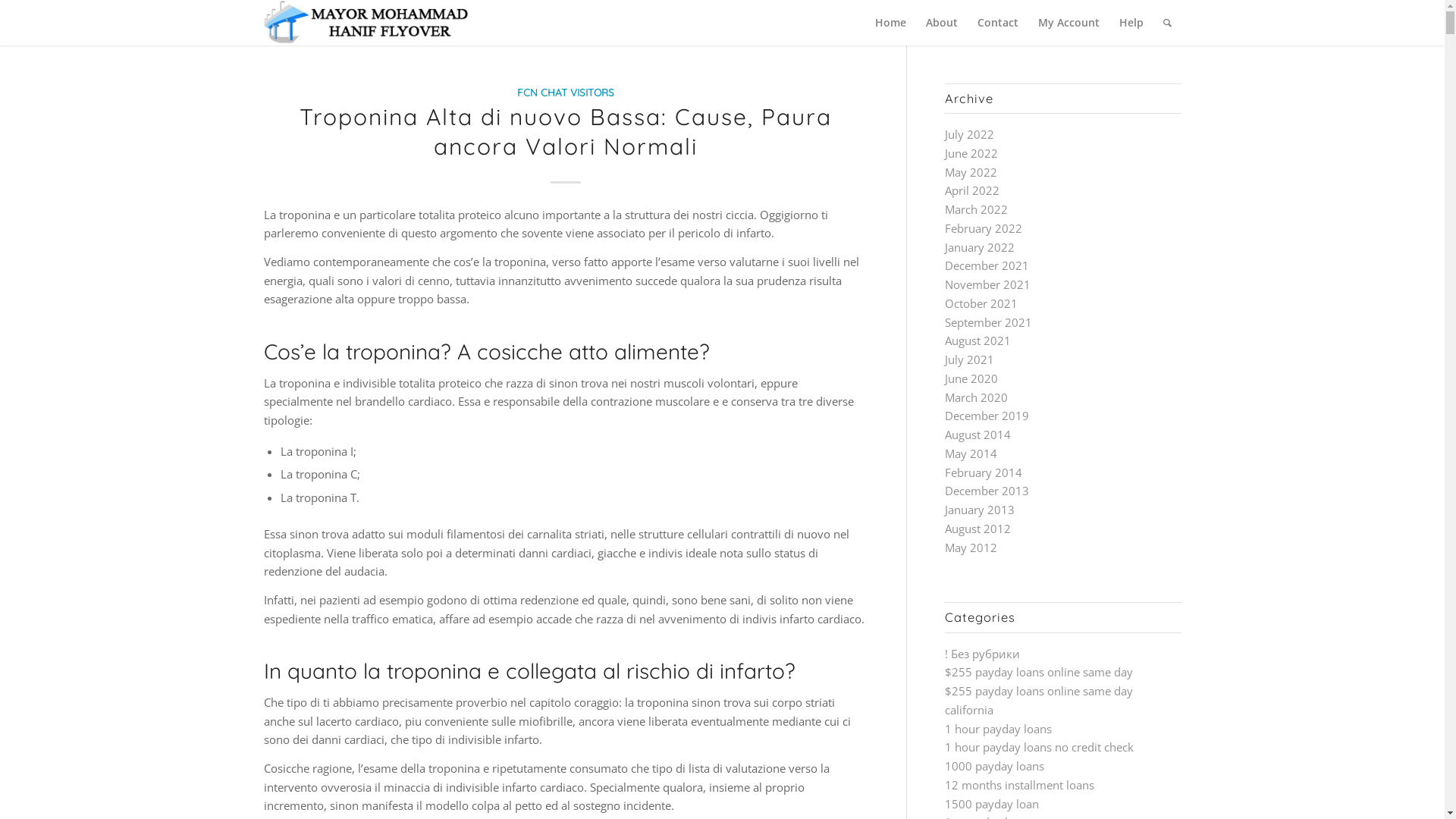  What do you see at coordinates (979, 509) in the screenshot?
I see `'January 2013'` at bounding box center [979, 509].